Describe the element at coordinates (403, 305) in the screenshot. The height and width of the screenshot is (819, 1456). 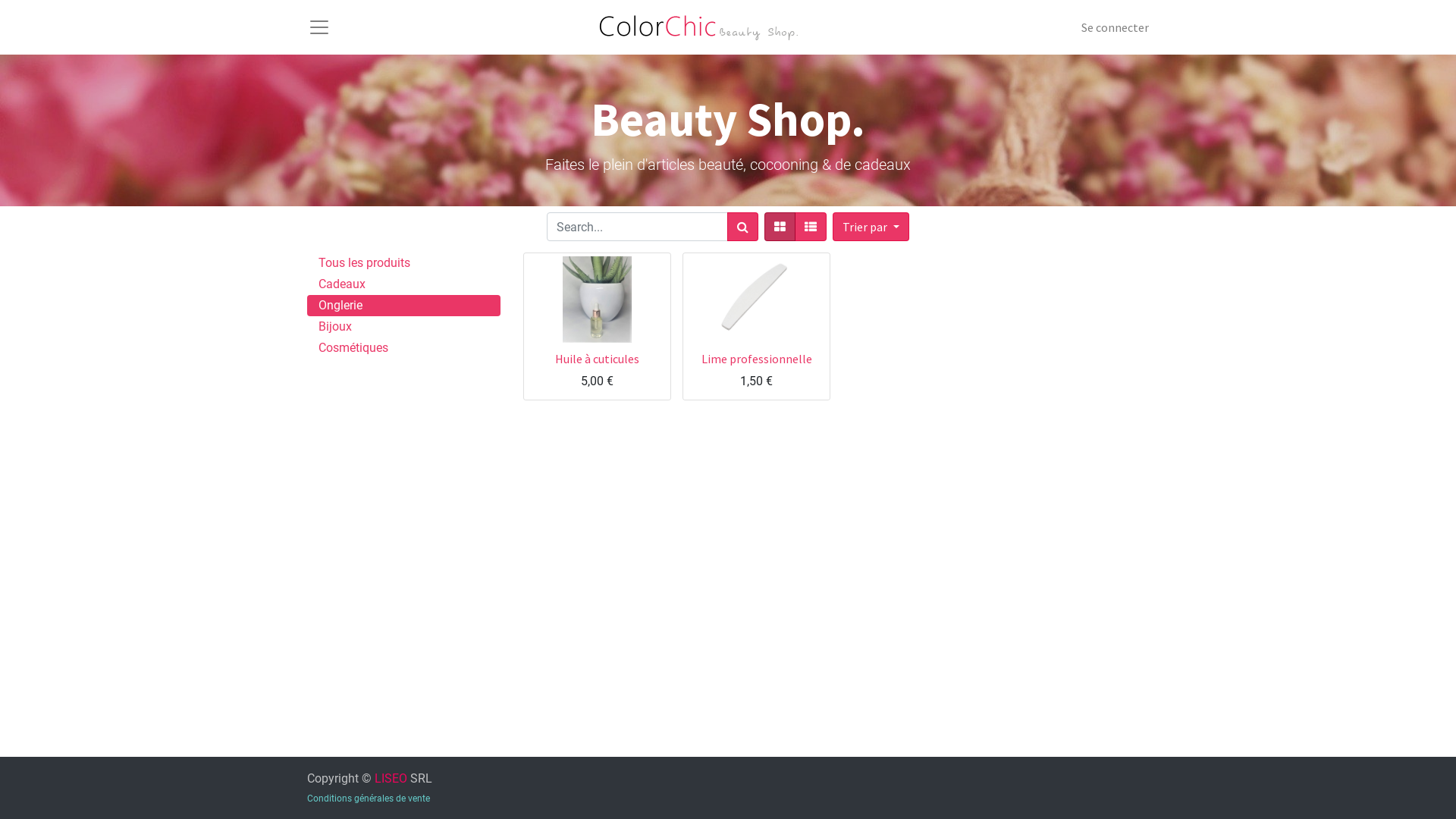
I see `'Onglerie'` at that location.